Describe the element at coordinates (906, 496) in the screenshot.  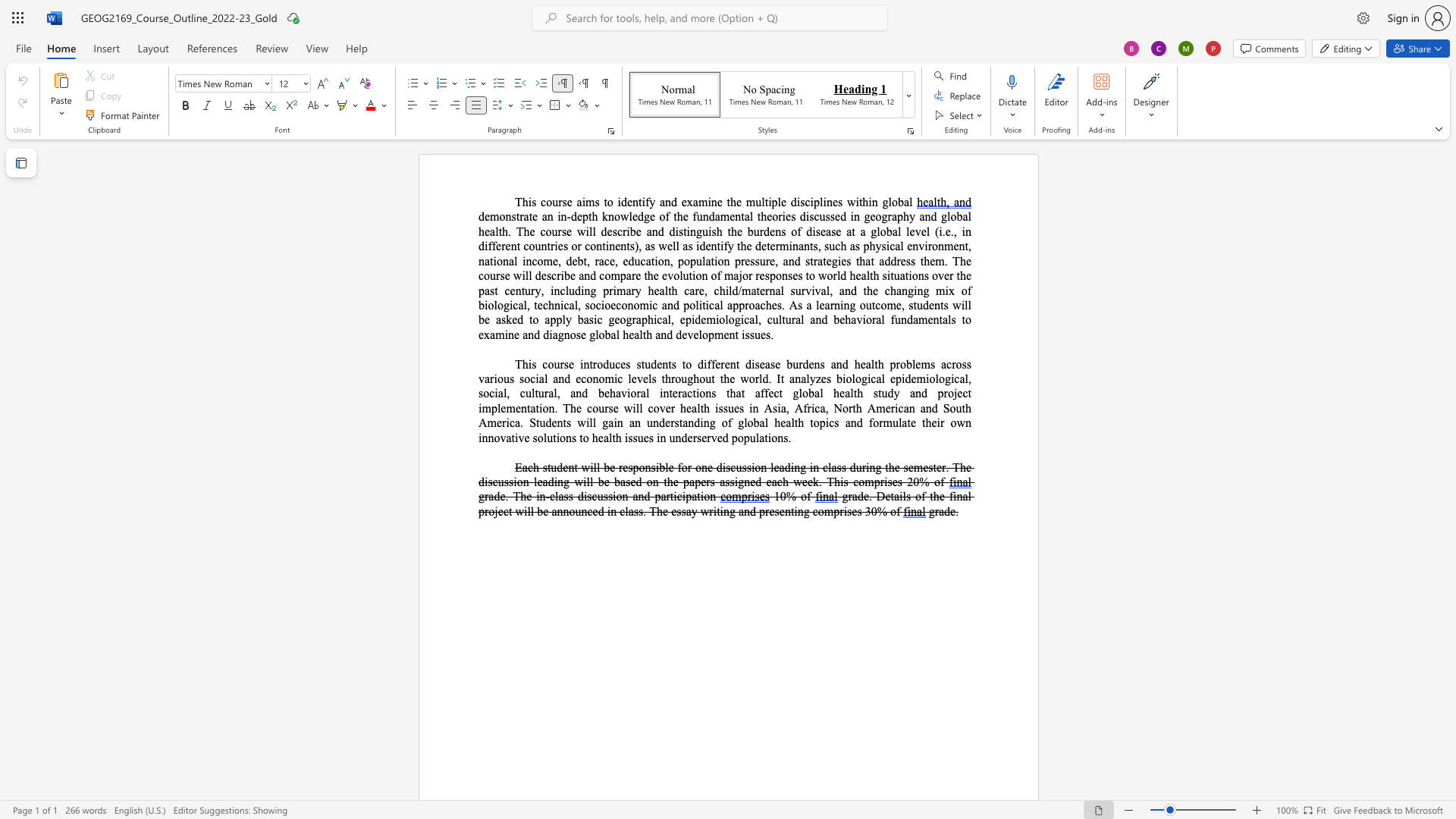
I see `the space between the continuous character "l" and "s" in the text` at that location.